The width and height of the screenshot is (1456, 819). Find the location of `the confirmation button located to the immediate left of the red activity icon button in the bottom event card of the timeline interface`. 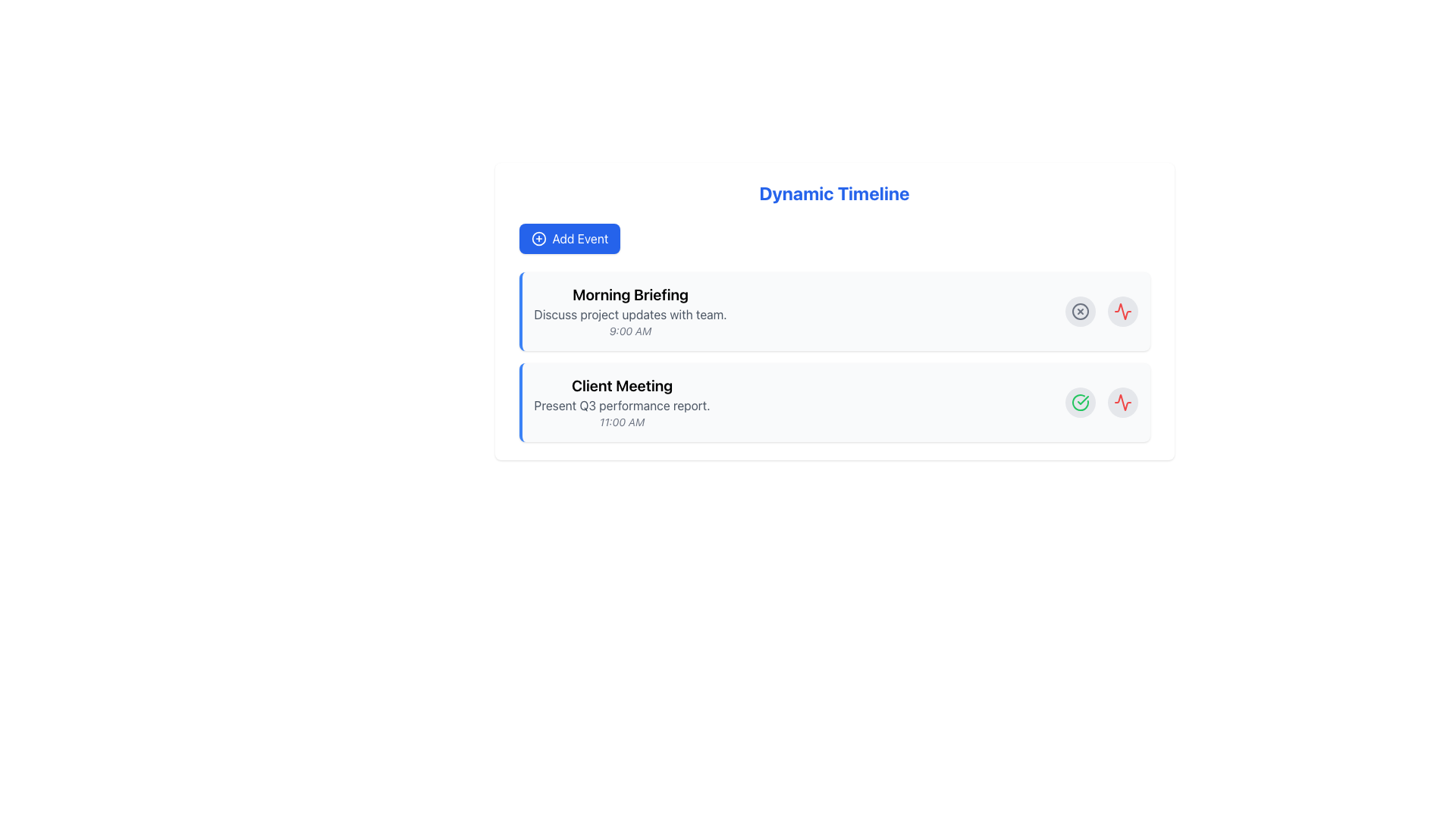

the confirmation button located to the immediate left of the red activity icon button in the bottom event card of the timeline interface is located at coordinates (1079, 402).